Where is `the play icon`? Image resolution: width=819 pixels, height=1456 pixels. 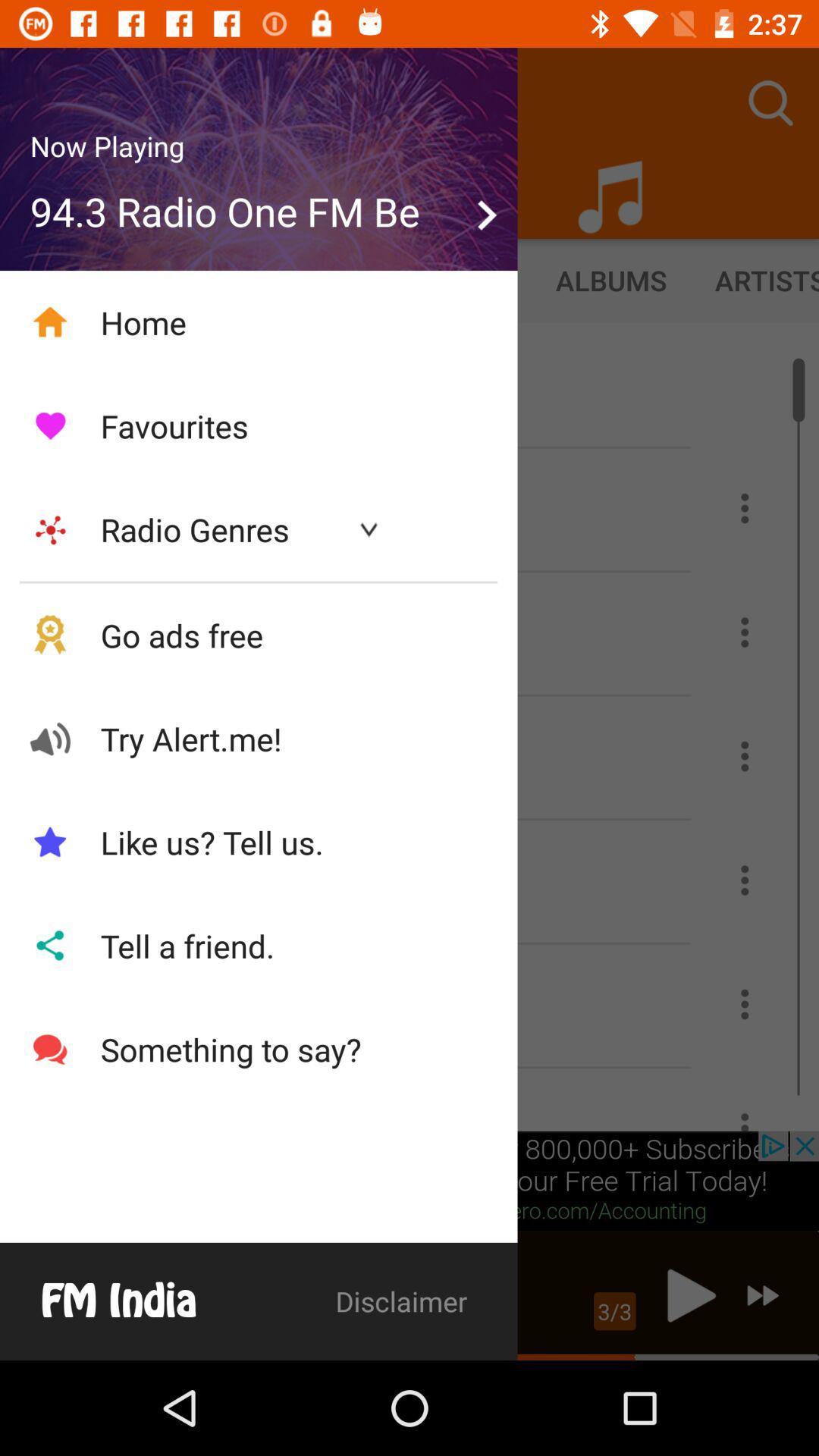 the play icon is located at coordinates (687, 1294).